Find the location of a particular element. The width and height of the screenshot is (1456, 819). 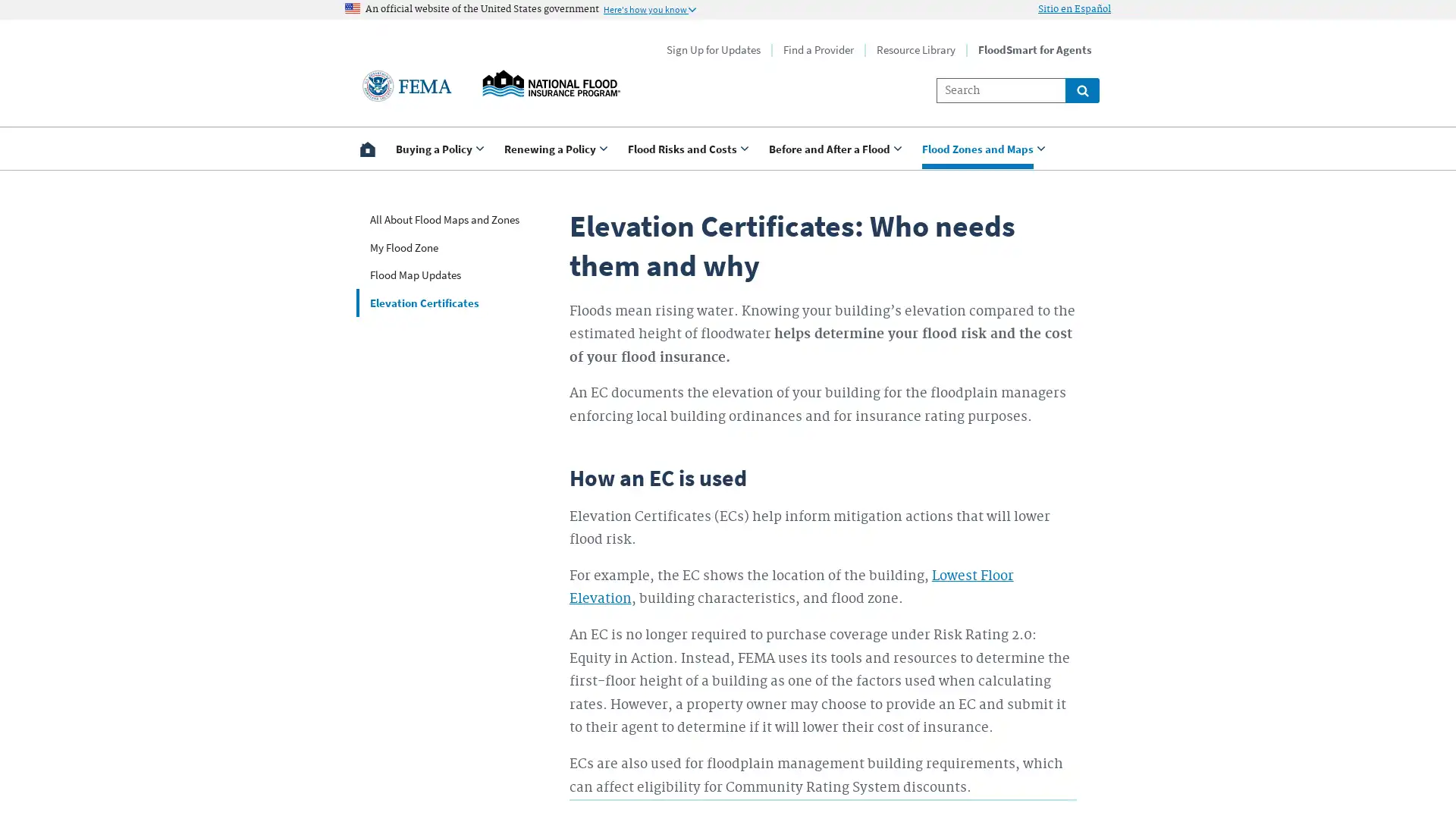

Use <enter> and shift + <enter> to open and close the drop down to sub-menus is located at coordinates (690, 148).